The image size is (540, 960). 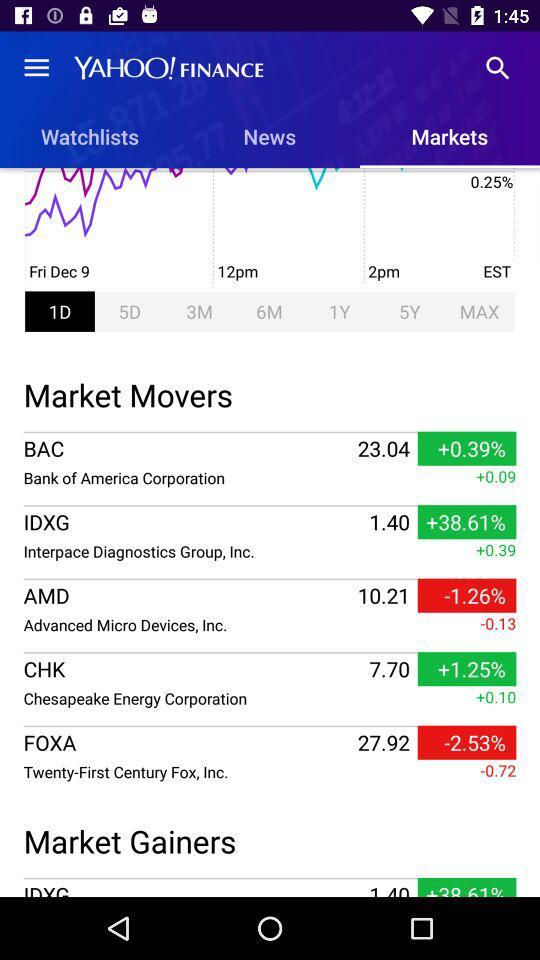 I want to click on the icon next to the 23.04 item, so click(x=188, y=477).